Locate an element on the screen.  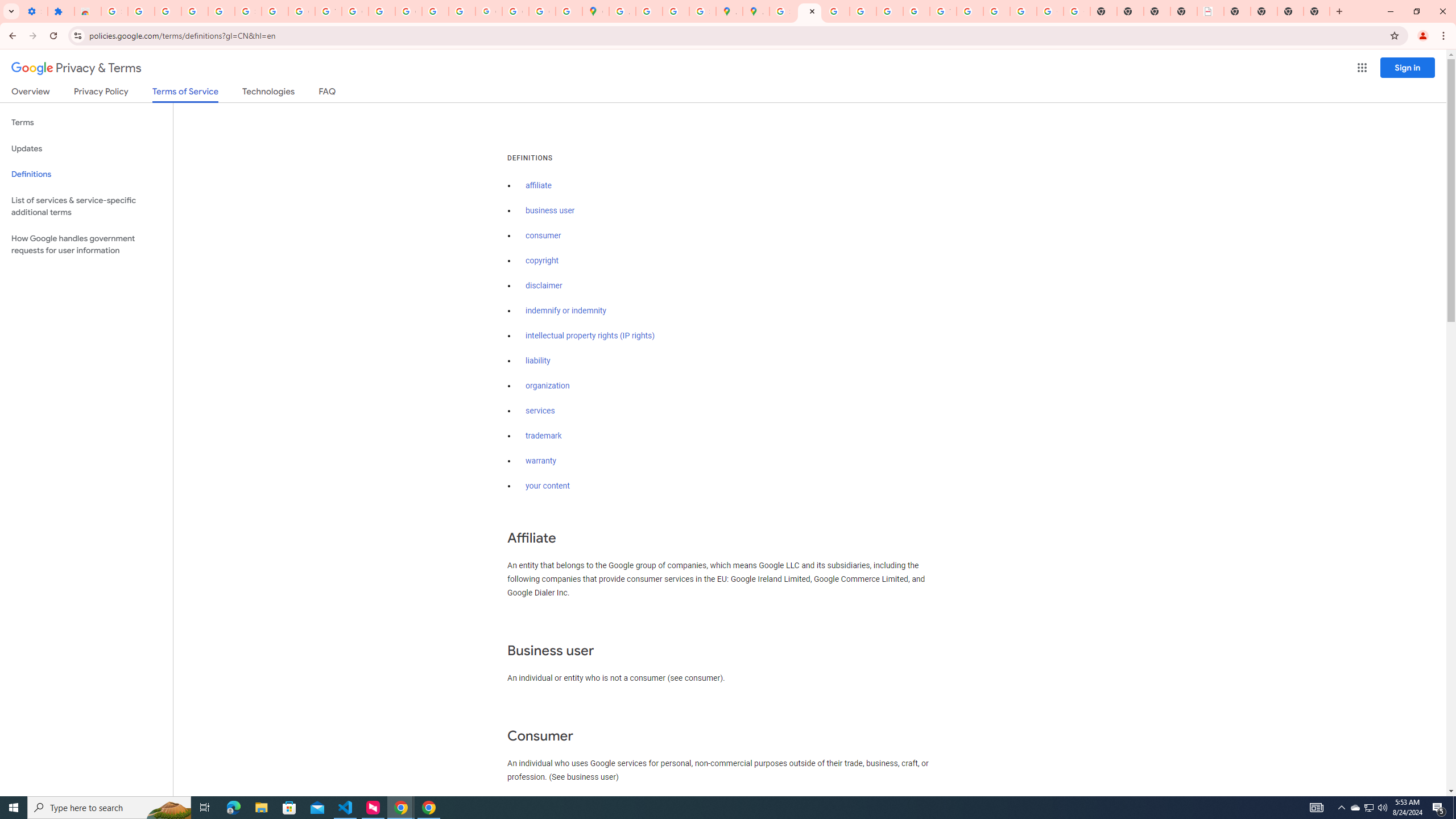
'your content' is located at coordinates (547, 486).